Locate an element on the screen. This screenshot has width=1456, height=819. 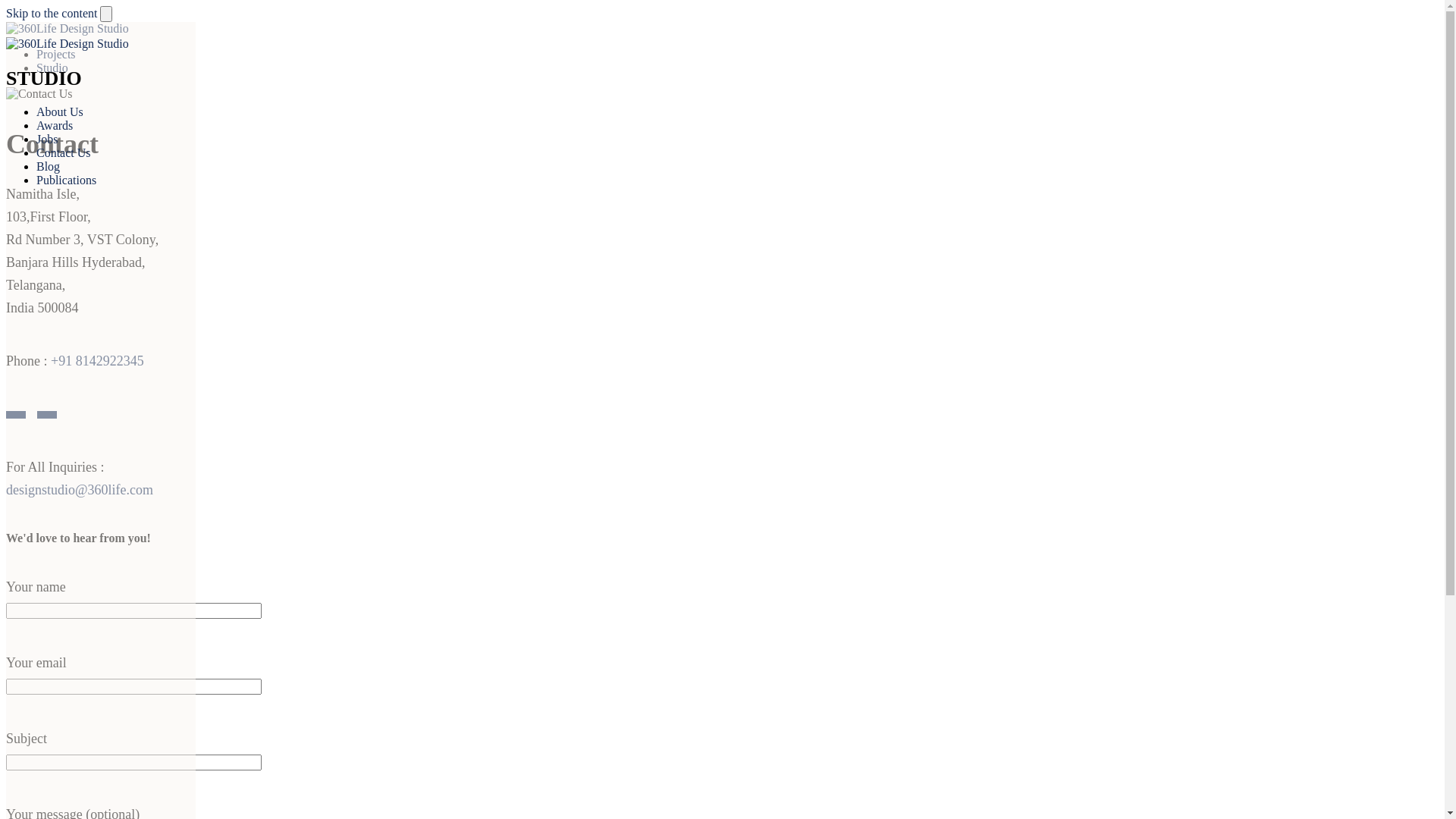
'Skip to the content' is located at coordinates (6, 13).